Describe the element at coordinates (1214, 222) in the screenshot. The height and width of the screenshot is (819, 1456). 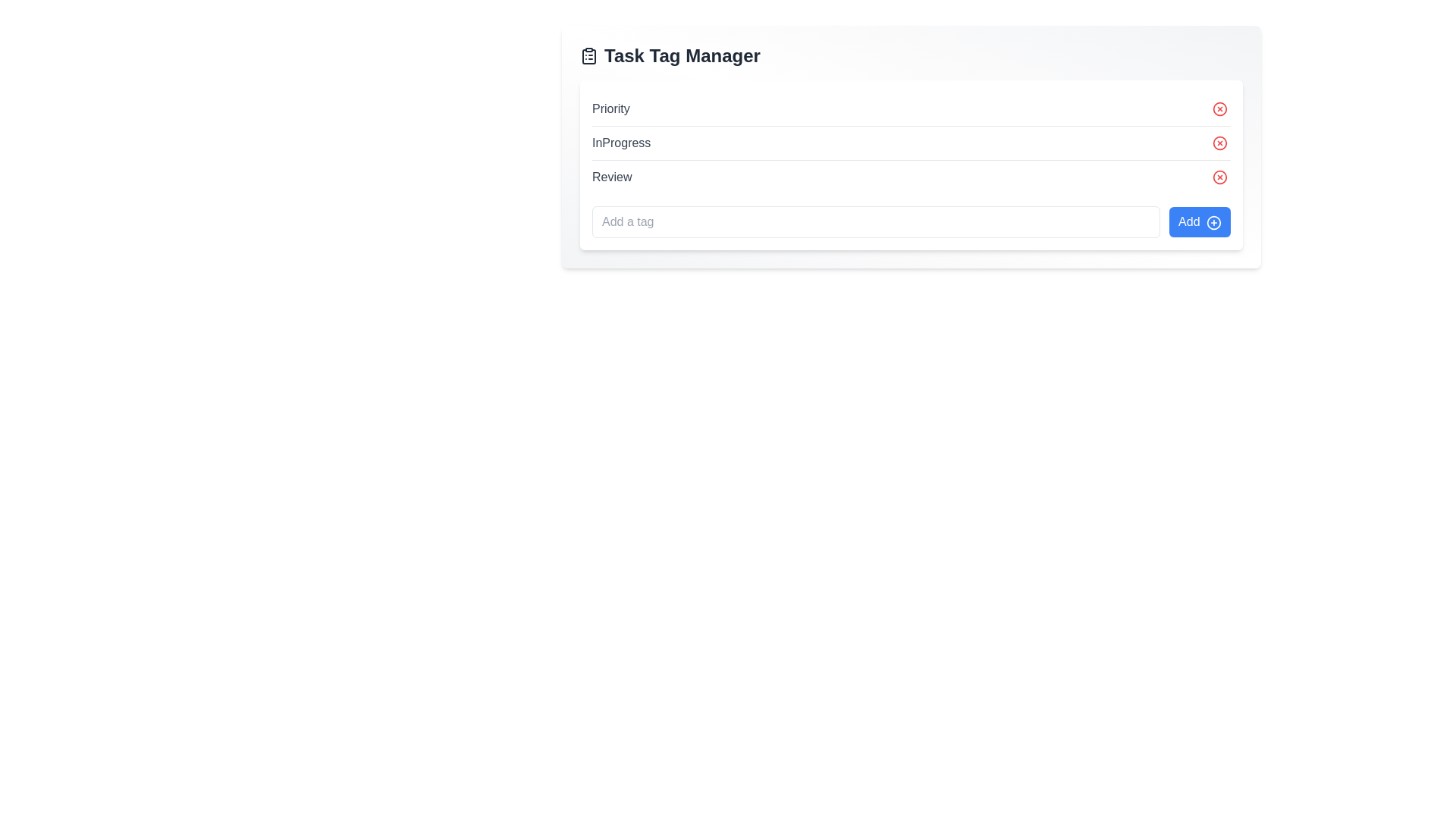
I see `the circular icon with a plus symbol within the 'Task Tag Manager' interface` at that location.